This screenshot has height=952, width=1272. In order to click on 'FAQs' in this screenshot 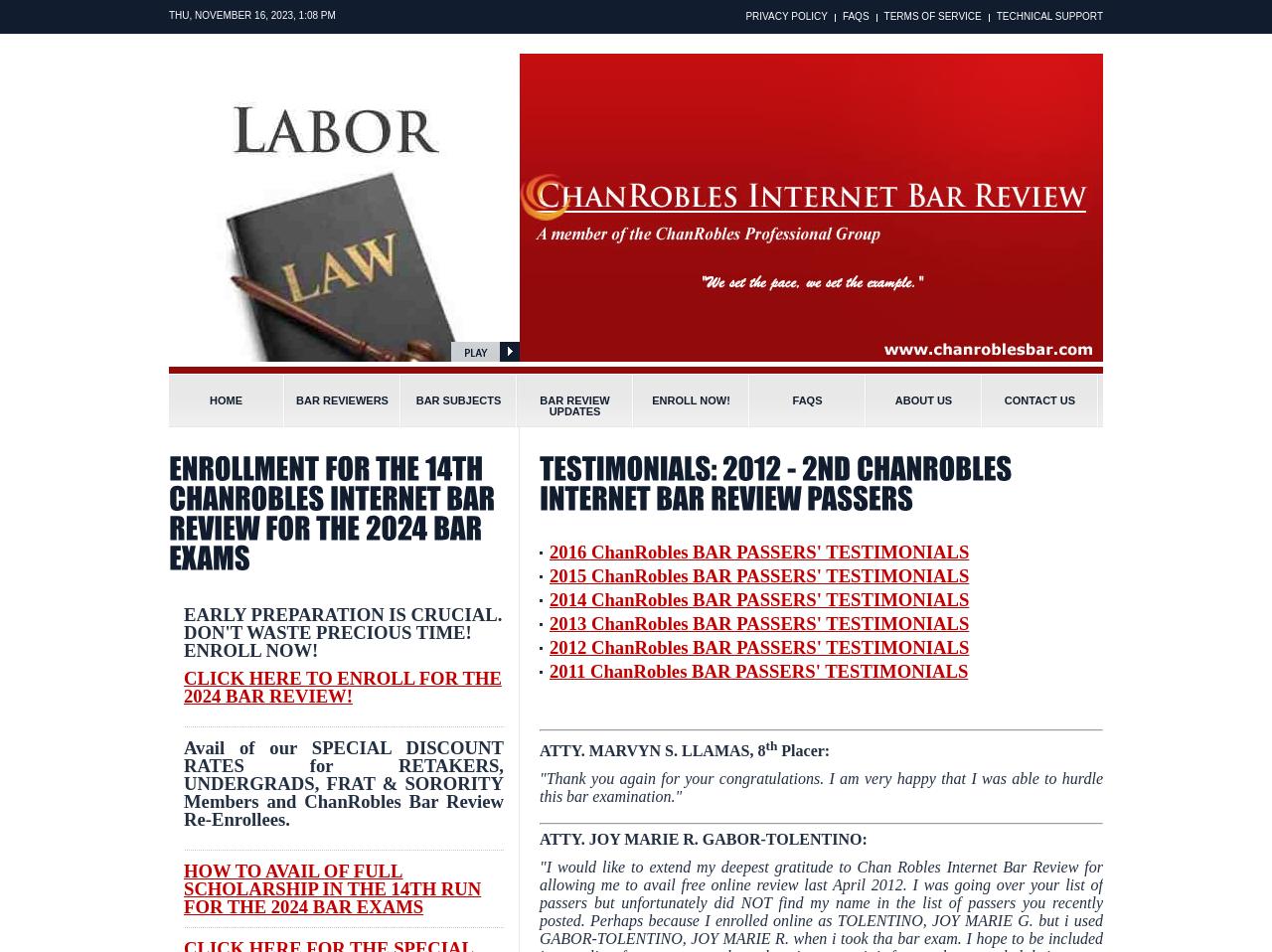, I will do `click(807, 400)`.